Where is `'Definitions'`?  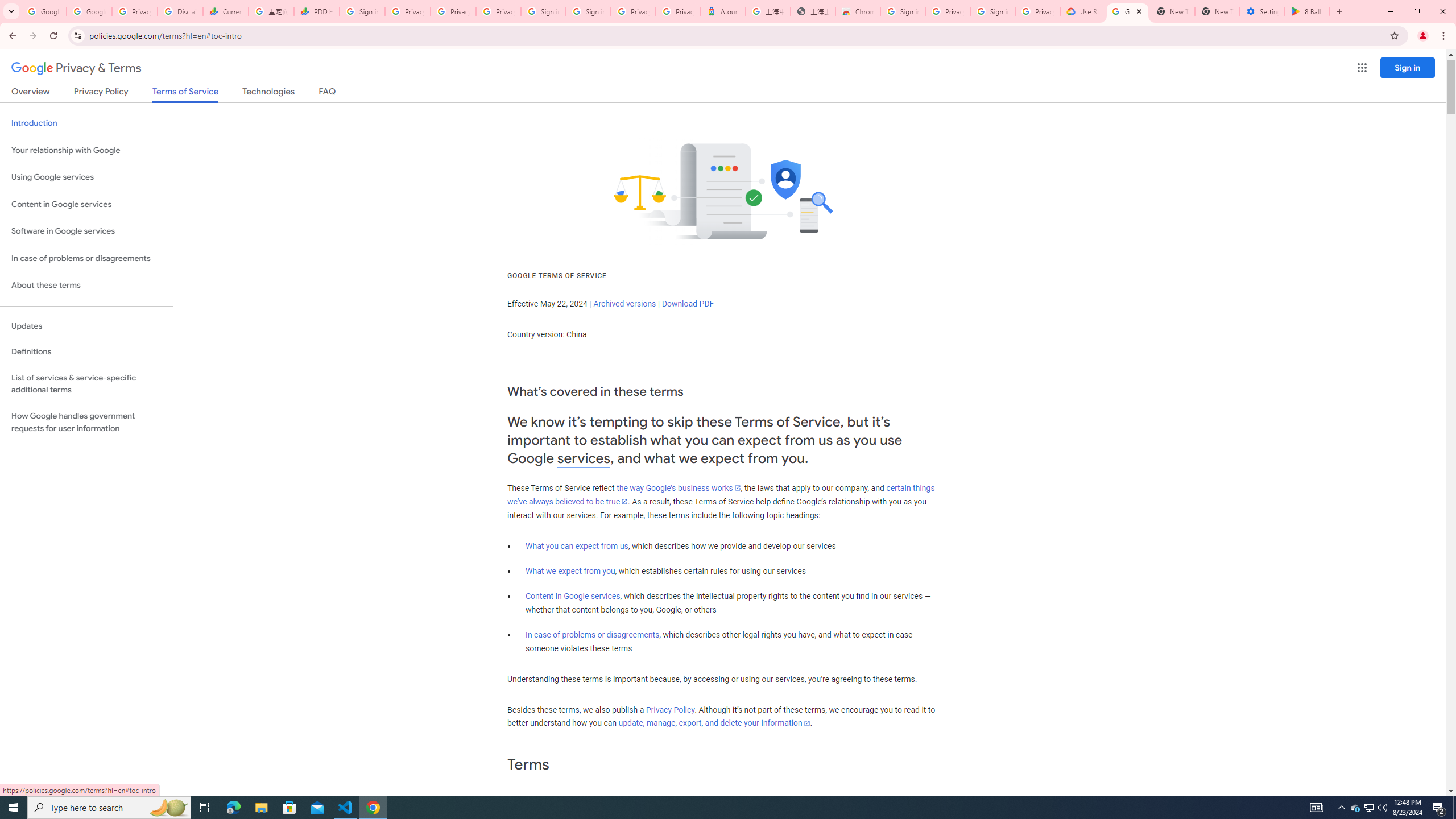
'Definitions' is located at coordinates (86, 351).